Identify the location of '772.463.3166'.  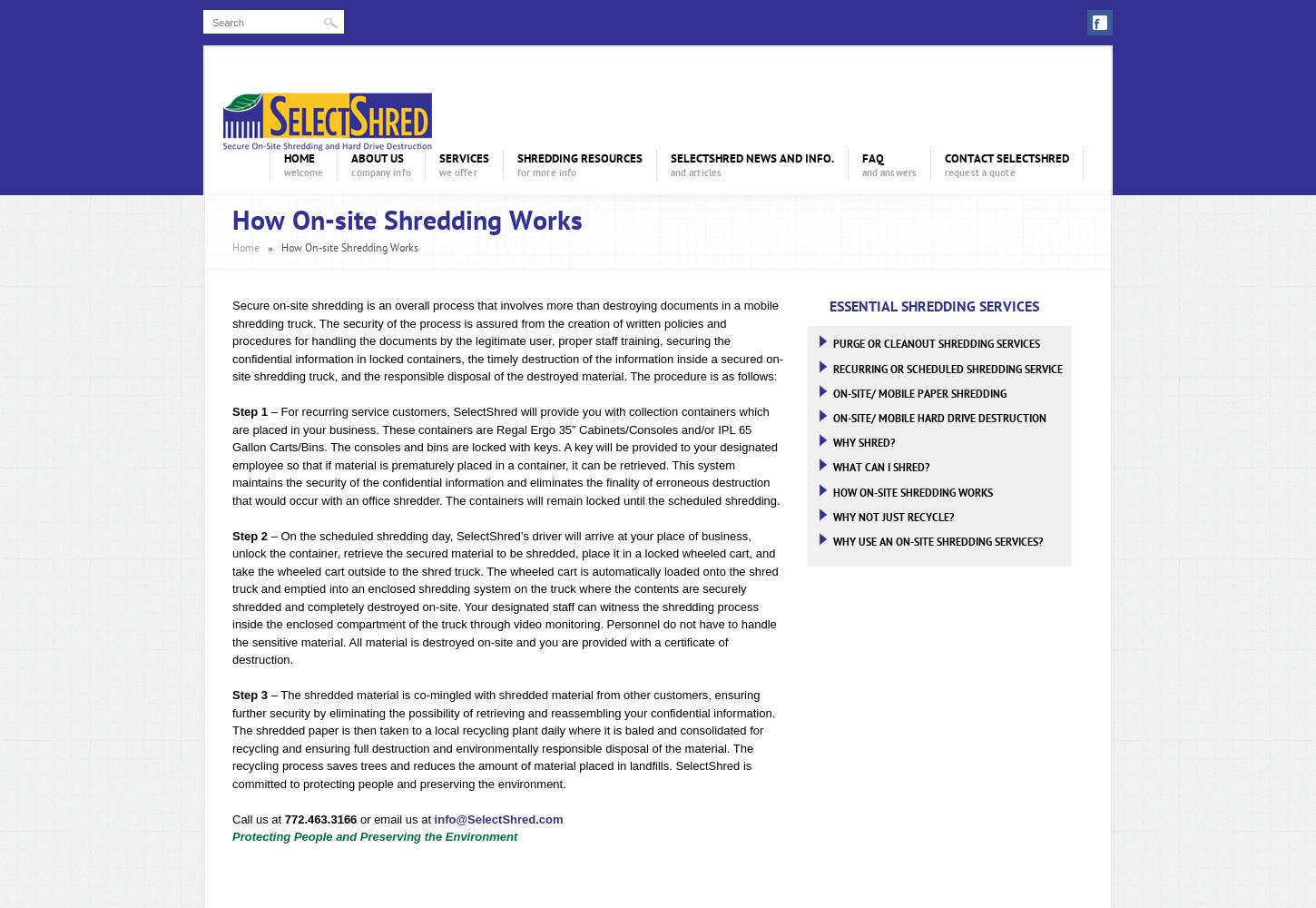
(319, 818).